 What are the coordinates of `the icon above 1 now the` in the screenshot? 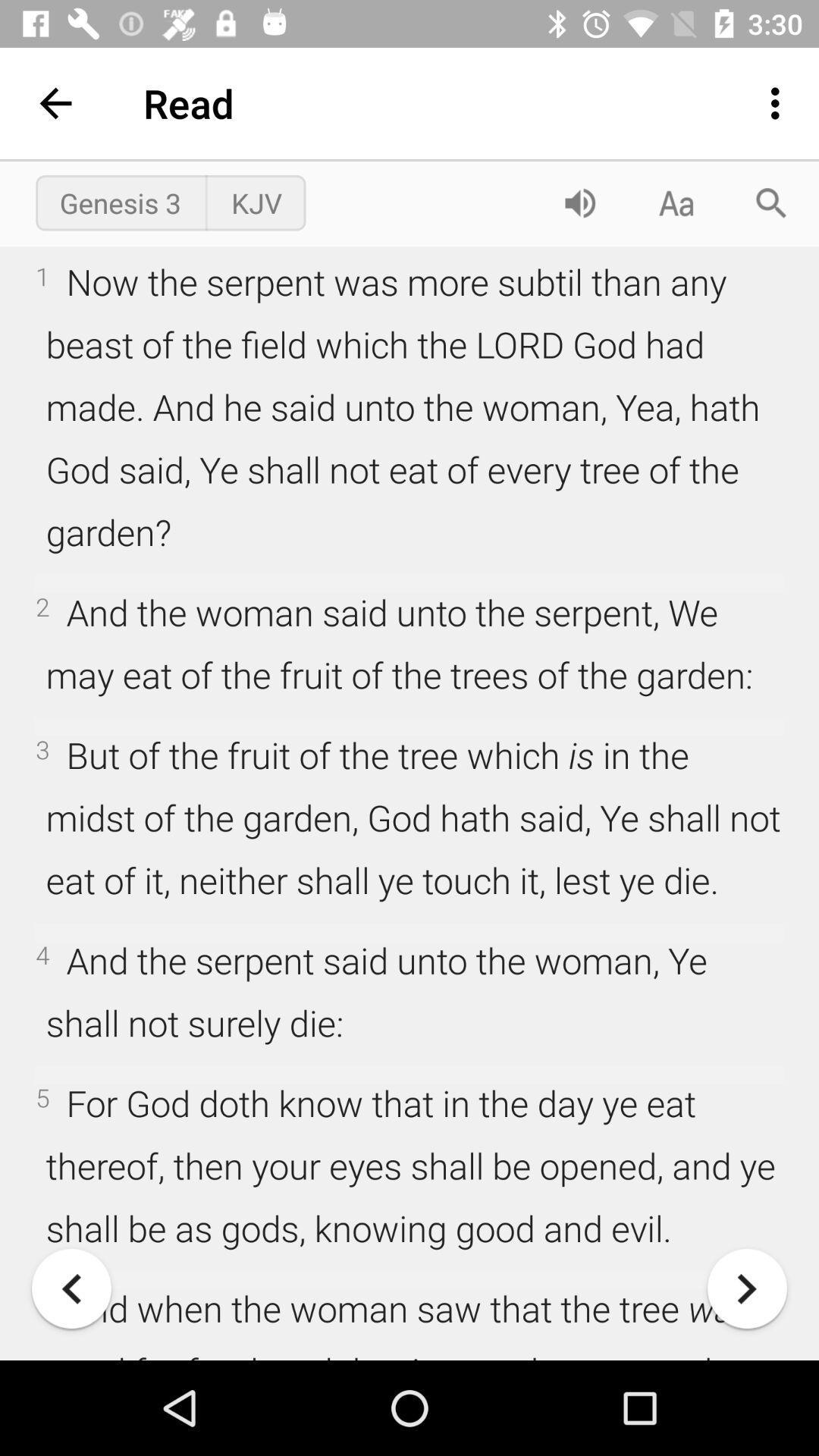 It's located at (579, 202).